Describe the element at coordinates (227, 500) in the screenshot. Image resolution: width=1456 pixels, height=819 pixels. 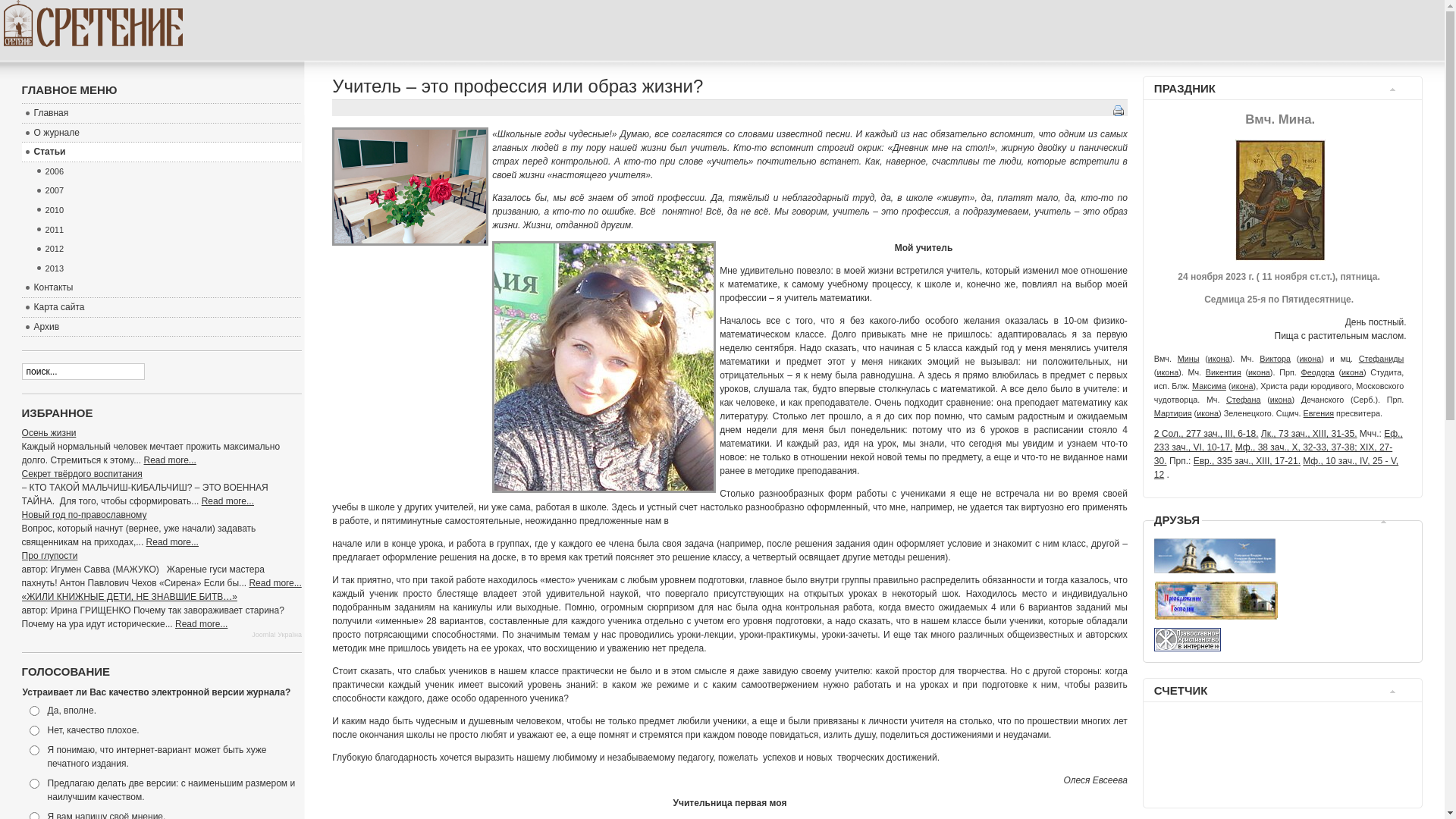
I see `'Read more...'` at that location.